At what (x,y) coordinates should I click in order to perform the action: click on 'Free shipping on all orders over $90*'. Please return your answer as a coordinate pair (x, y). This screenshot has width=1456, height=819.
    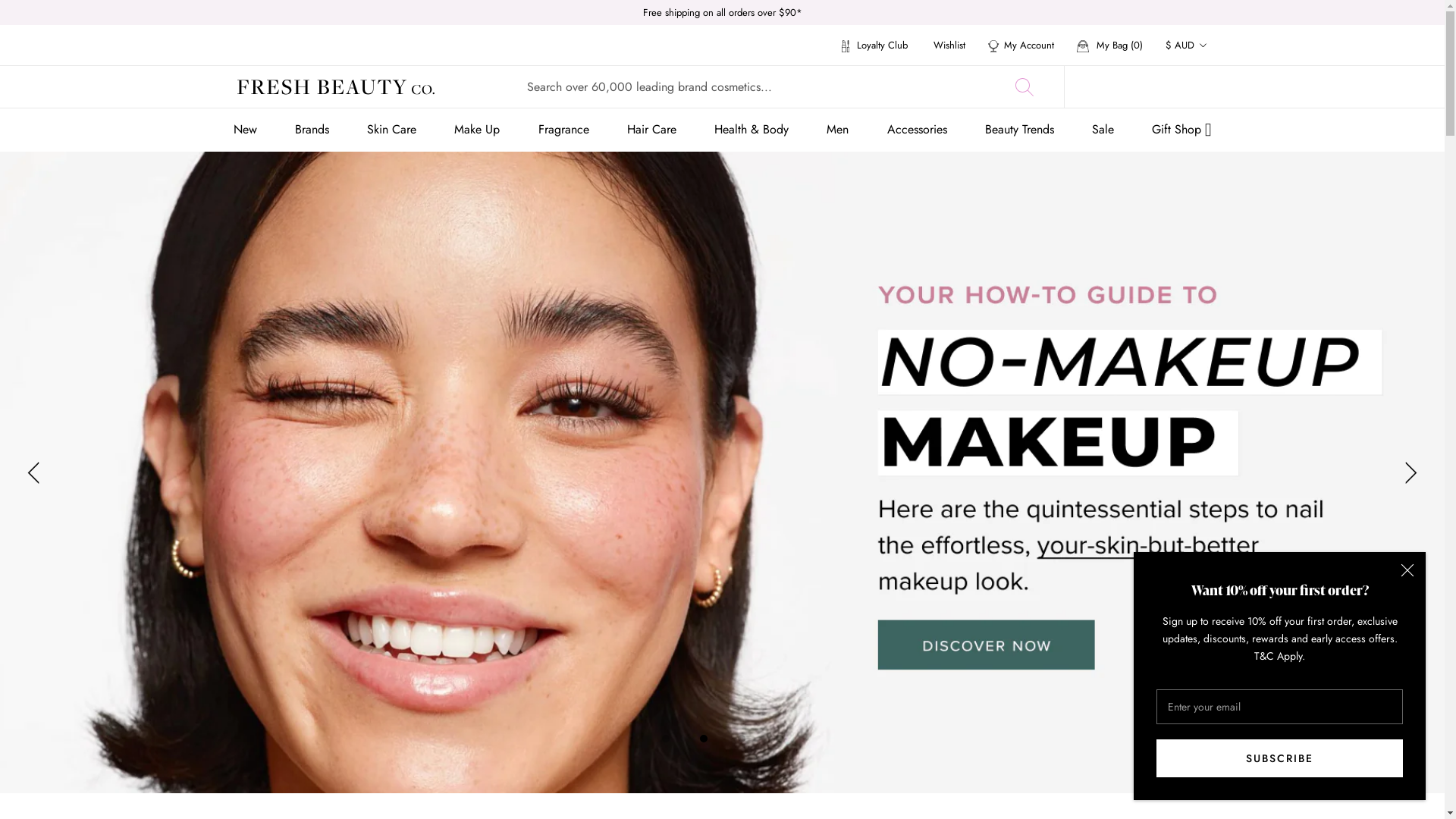
    Looking at the image, I should click on (722, 12).